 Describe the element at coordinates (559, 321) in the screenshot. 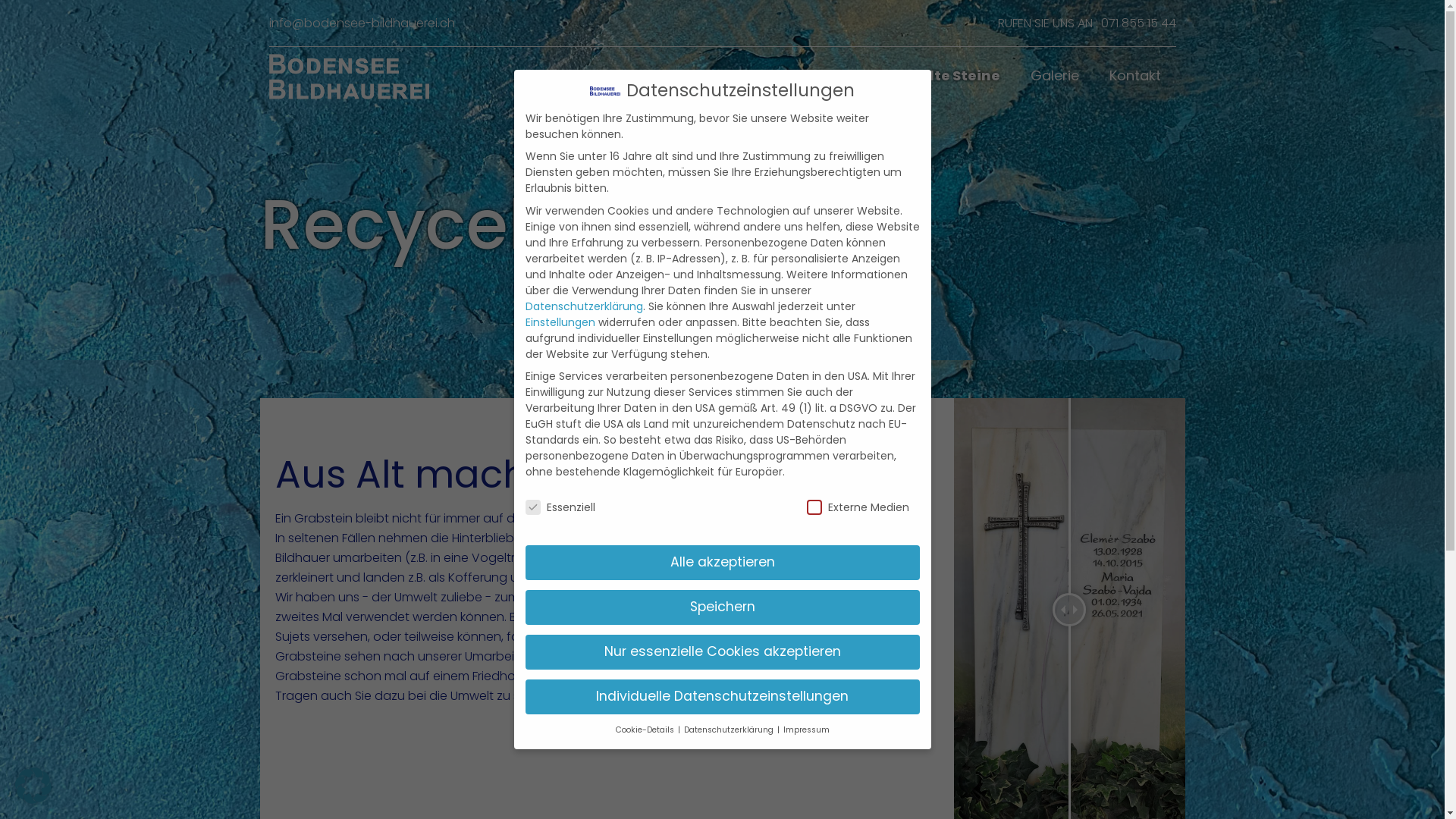

I see `'Einstellungen'` at that location.